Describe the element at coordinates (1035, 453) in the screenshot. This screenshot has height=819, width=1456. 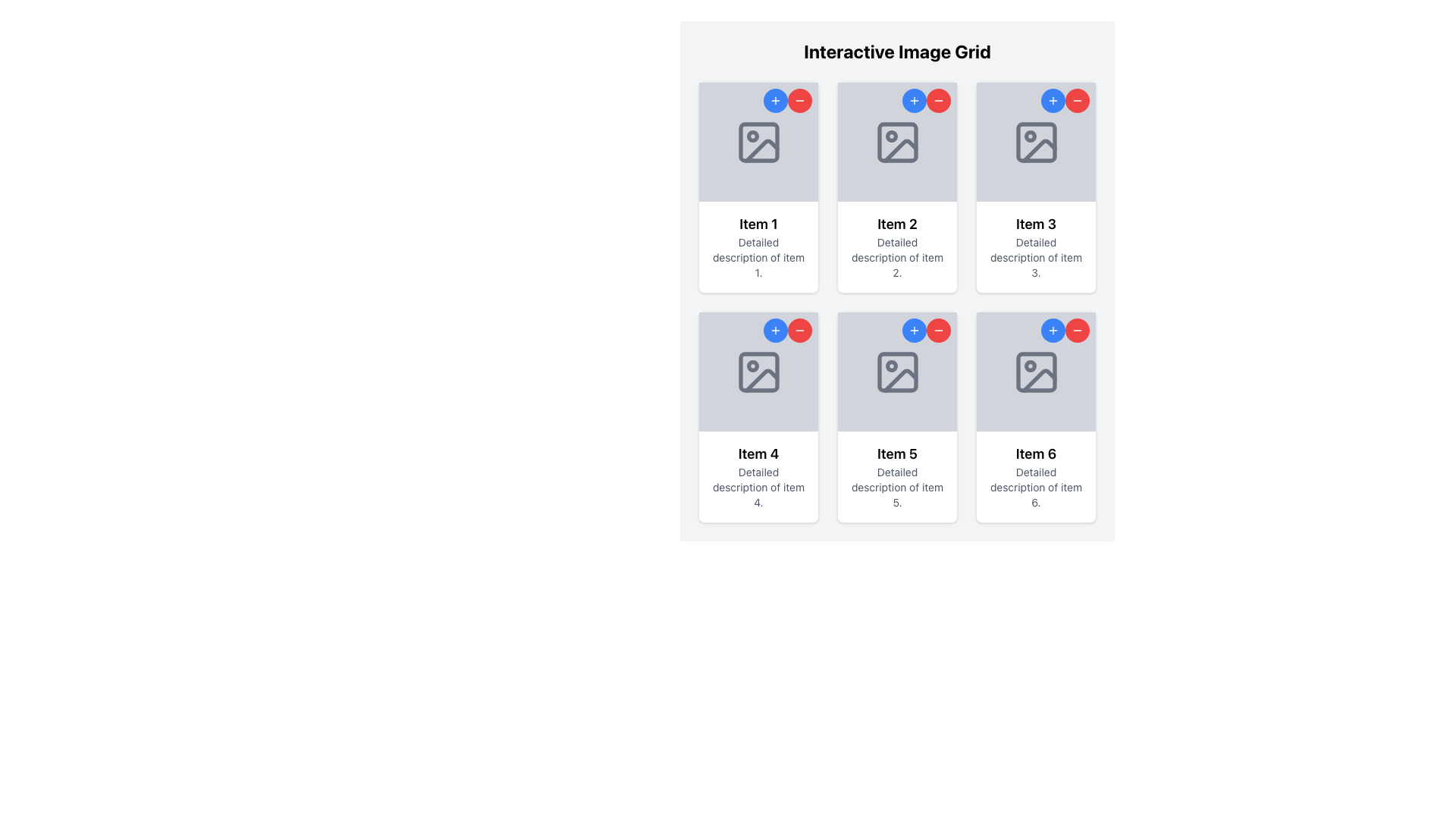
I see `the header title text located in the bottom-right corner of a 2x3 grid layout, which serves as the identification for an information card` at that location.